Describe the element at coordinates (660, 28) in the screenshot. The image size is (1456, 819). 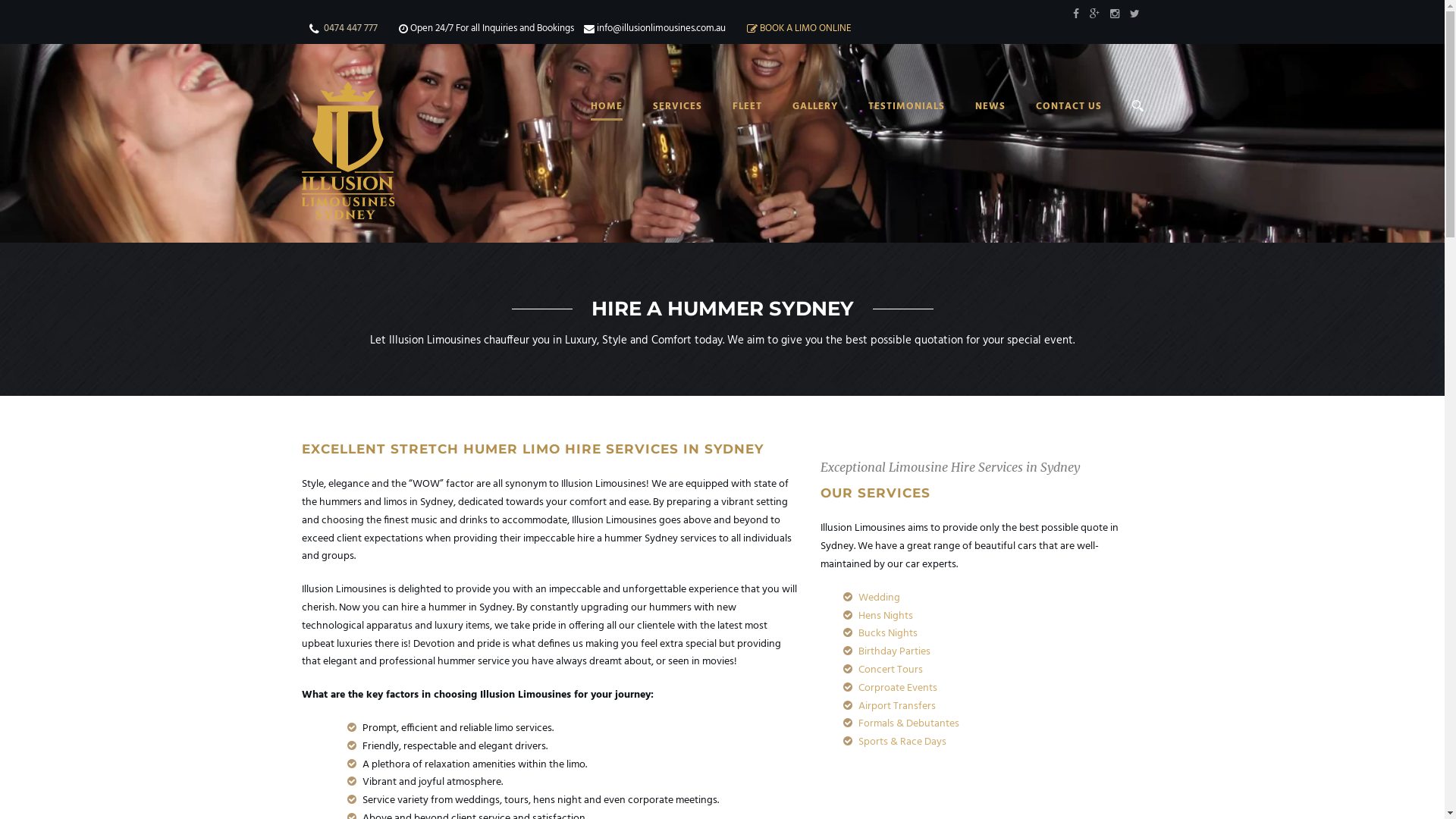
I see `'info@illusionlimousines.com.au'` at that location.